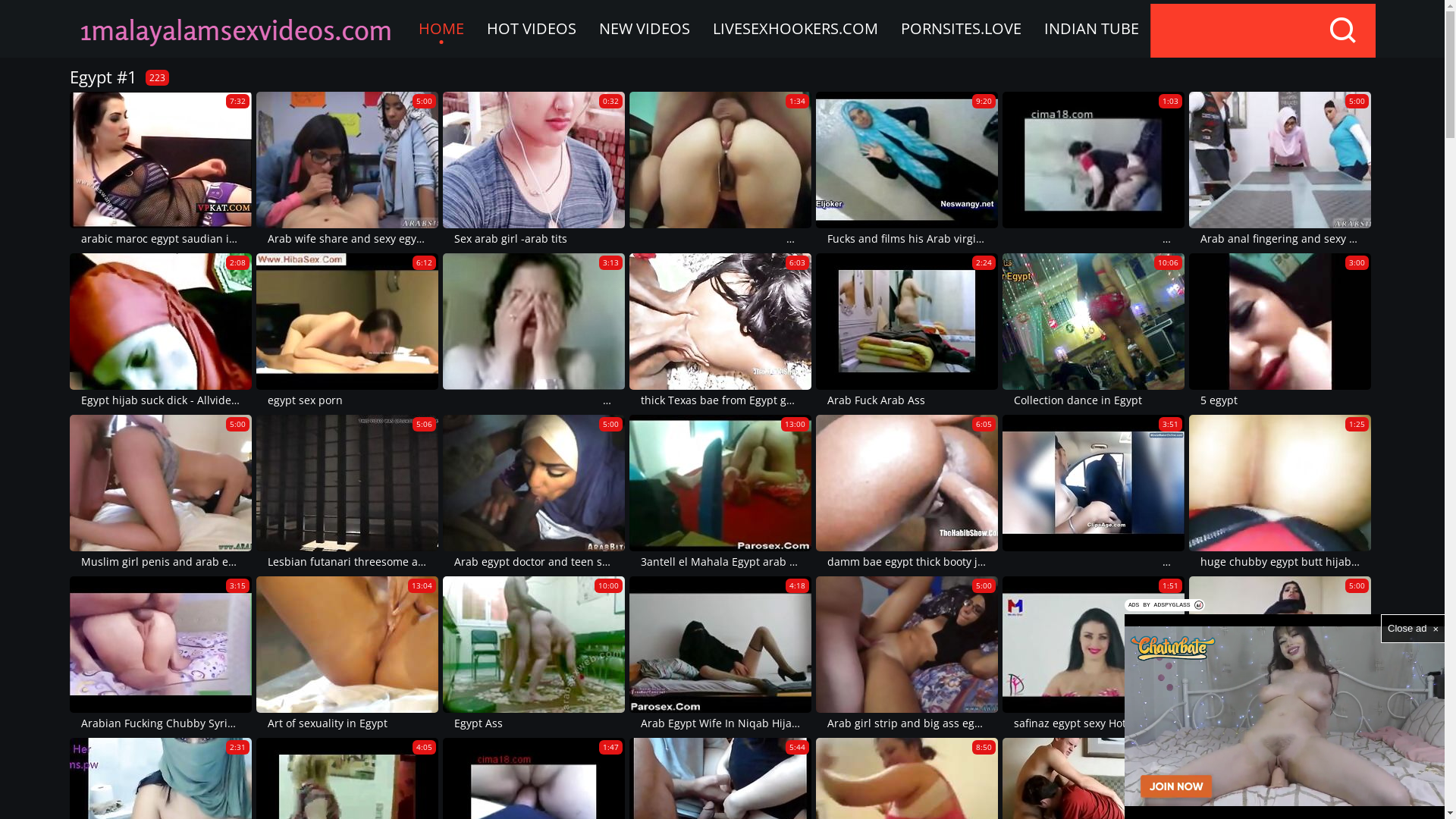  What do you see at coordinates (160, 654) in the screenshot?
I see `'3:15` at bounding box center [160, 654].